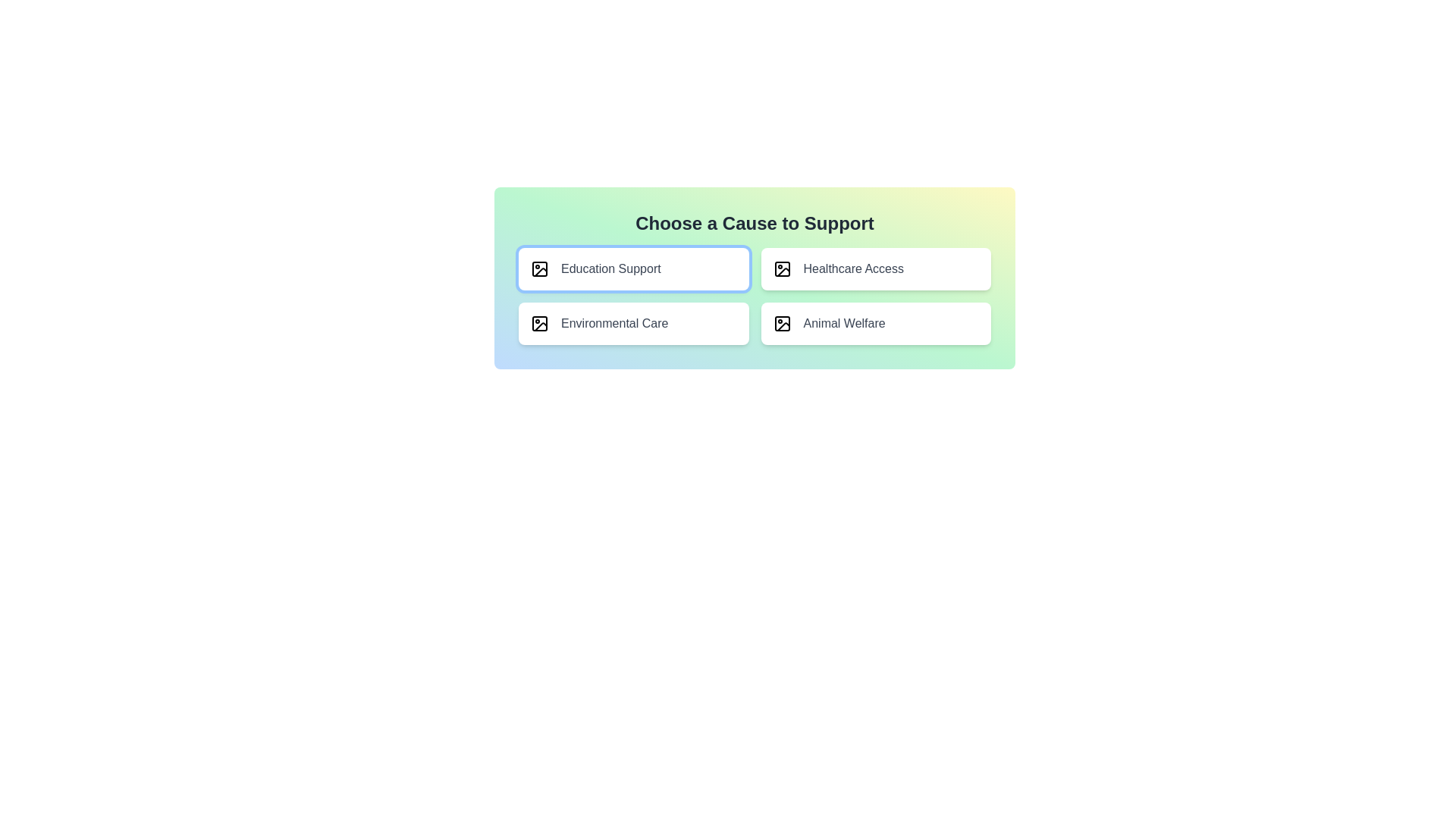  I want to click on the second interactive list item with icon and text for 'Healthcare Access', so click(837, 268).